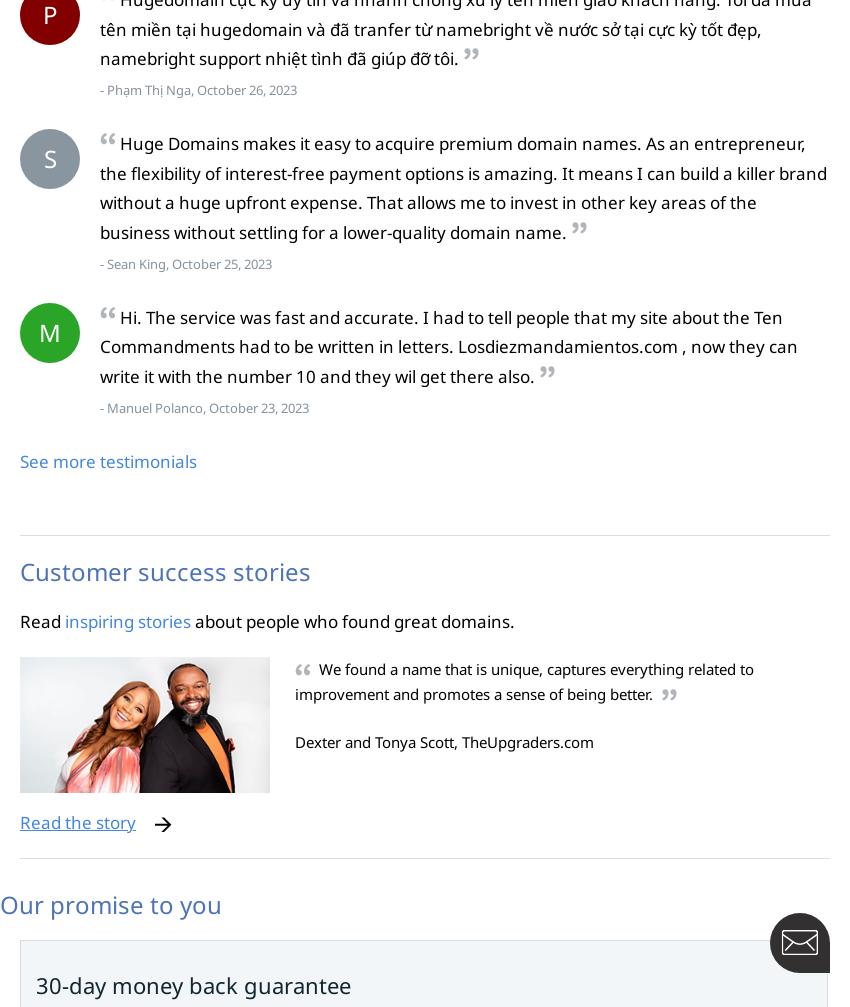 This screenshot has height=1007, width=850. I want to click on 'M', so click(49, 331).